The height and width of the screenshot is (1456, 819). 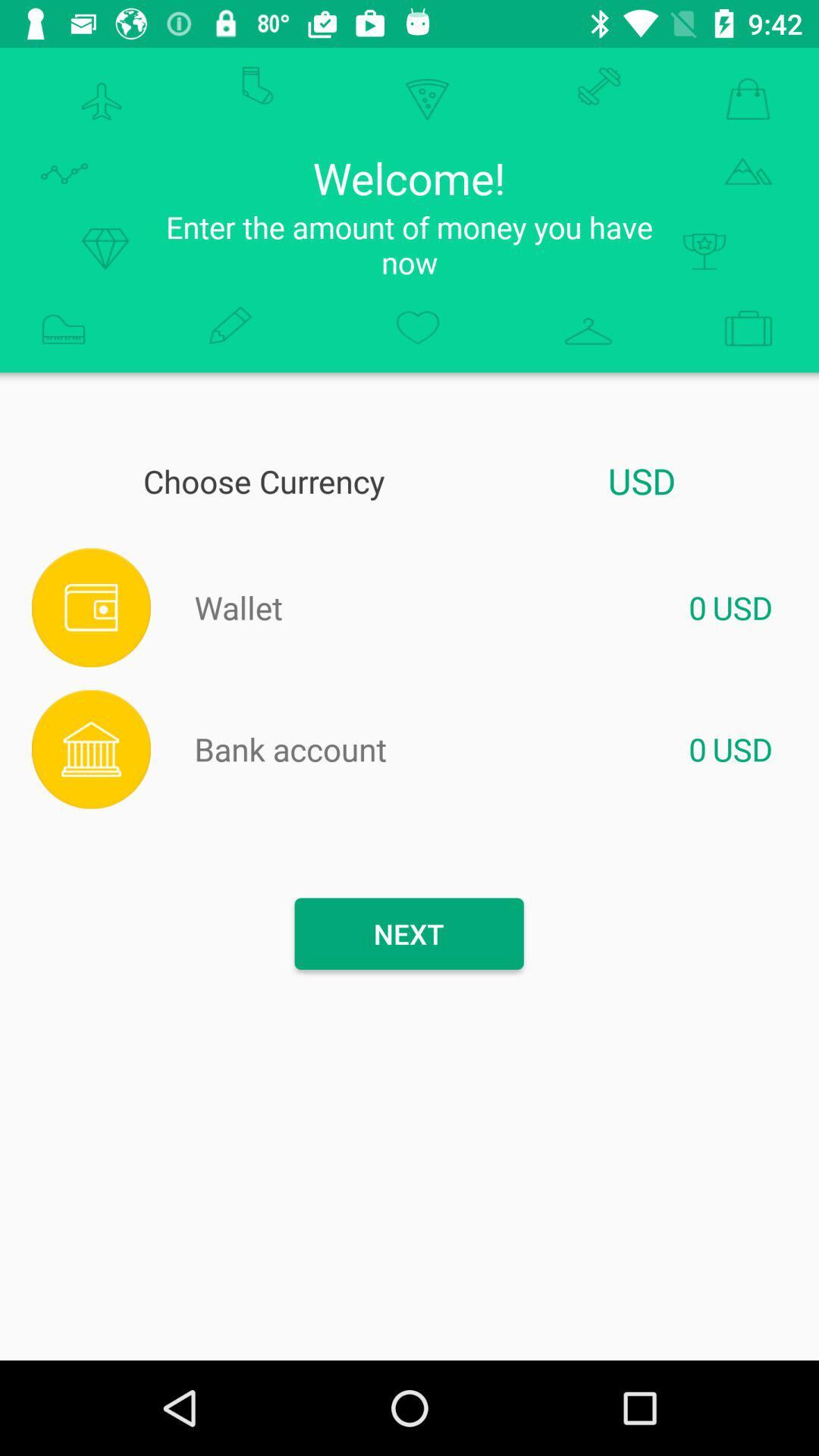 What do you see at coordinates (408, 933) in the screenshot?
I see `the next` at bounding box center [408, 933].